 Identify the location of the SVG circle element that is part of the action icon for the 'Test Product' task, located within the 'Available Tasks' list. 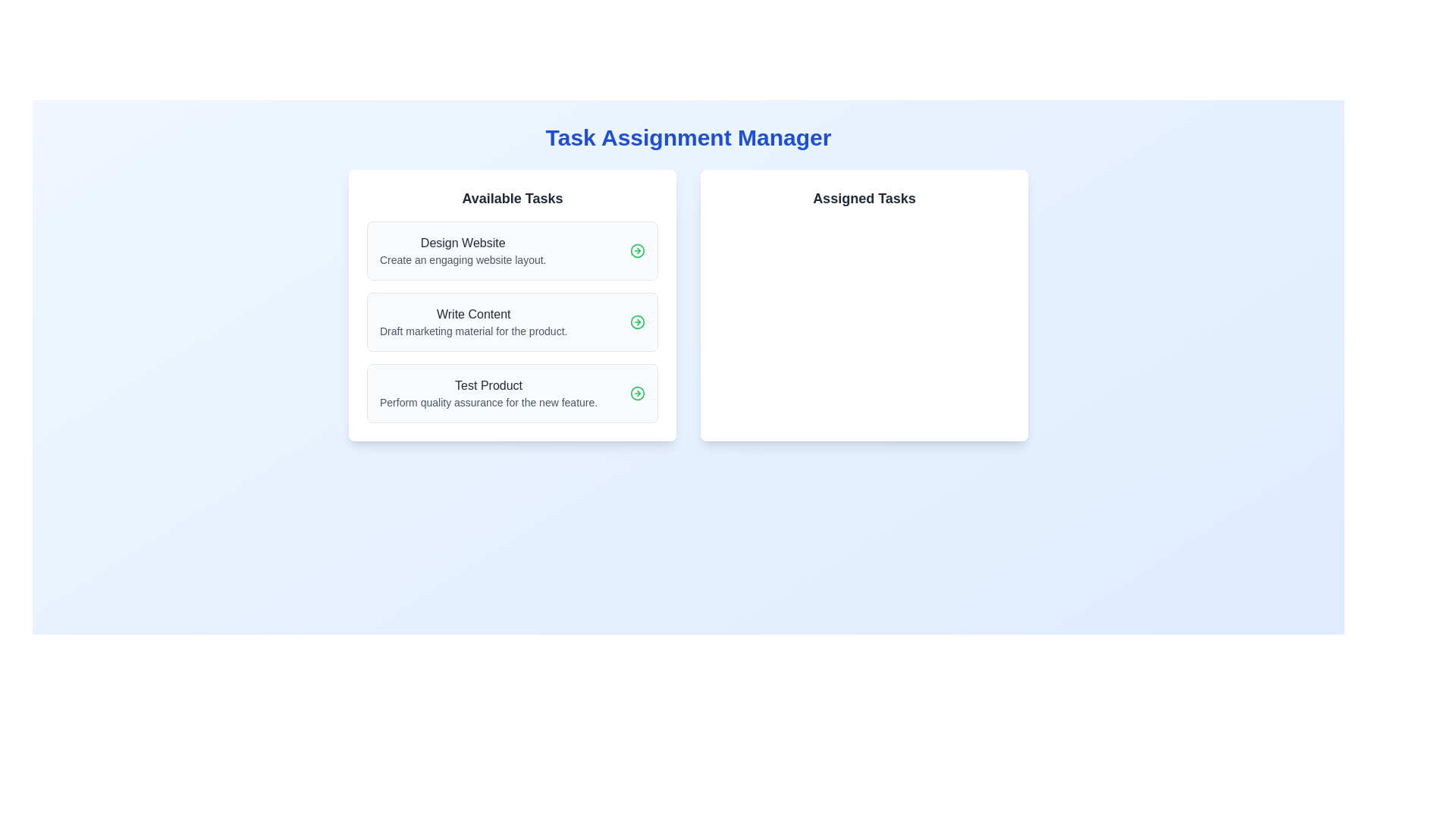
(637, 391).